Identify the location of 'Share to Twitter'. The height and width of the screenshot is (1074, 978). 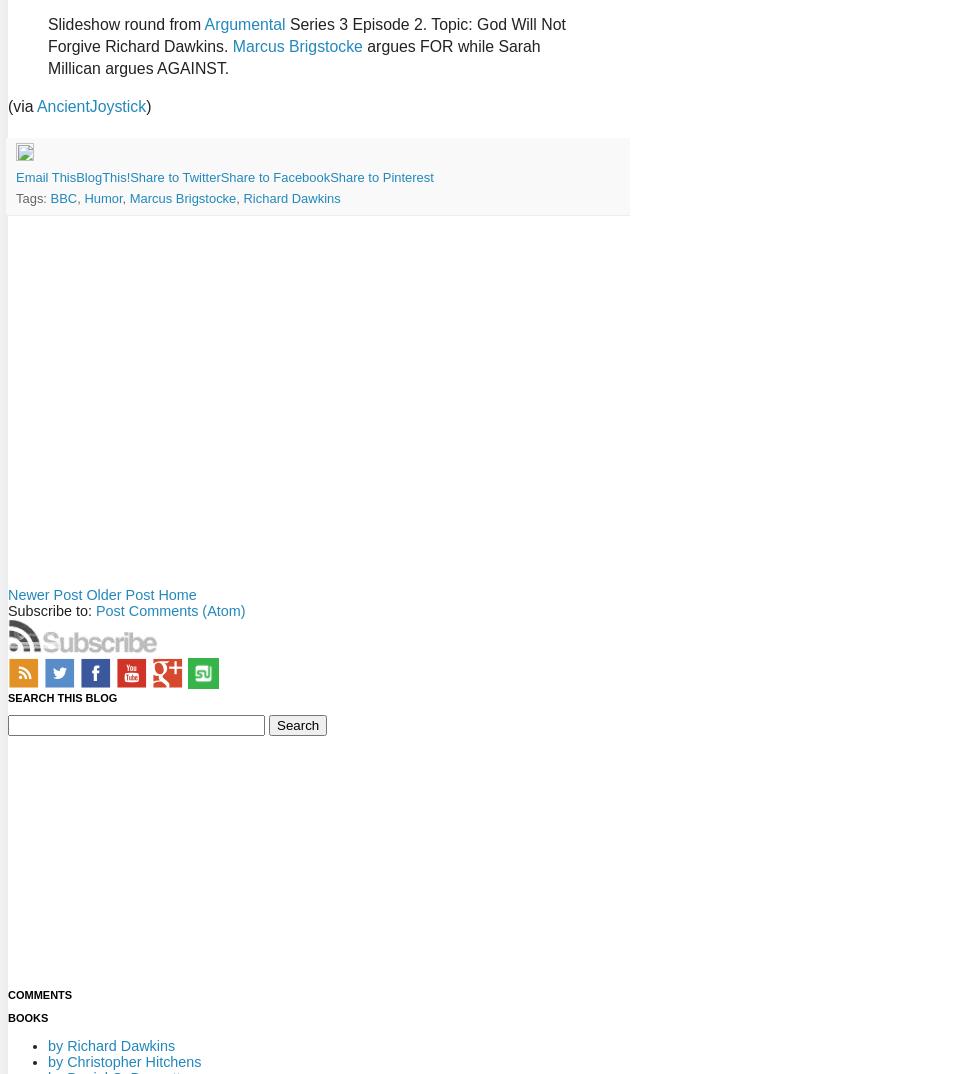
(174, 177).